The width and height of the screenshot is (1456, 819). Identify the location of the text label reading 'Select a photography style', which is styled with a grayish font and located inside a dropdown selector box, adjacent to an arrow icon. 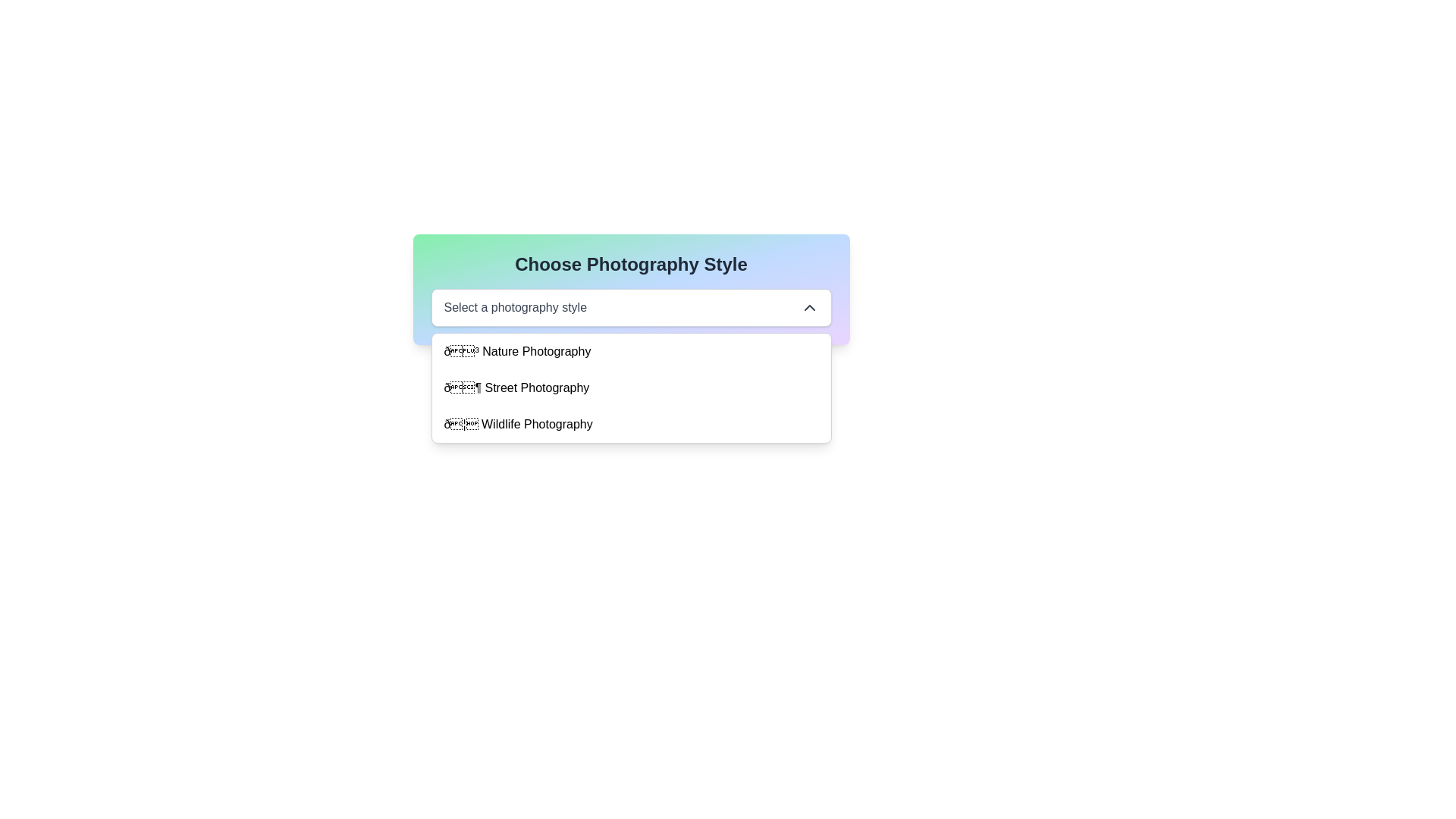
(515, 307).